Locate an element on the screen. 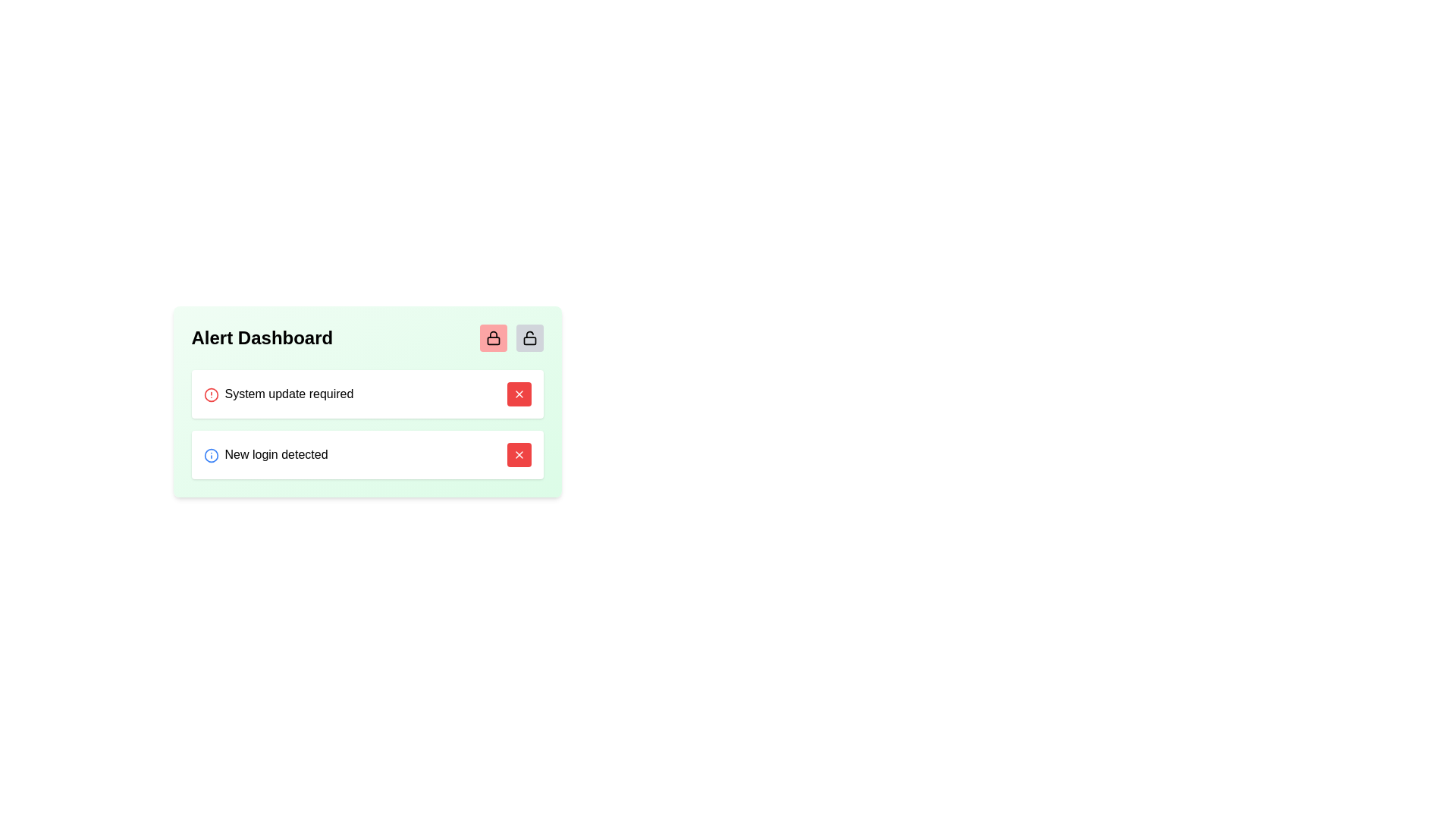 The height and width of the screenshot is (819, 1456). the Notification card that informs the user about an update requirement for the system, which is the first row in a stack of notifications is located at coordinates (367, 394).